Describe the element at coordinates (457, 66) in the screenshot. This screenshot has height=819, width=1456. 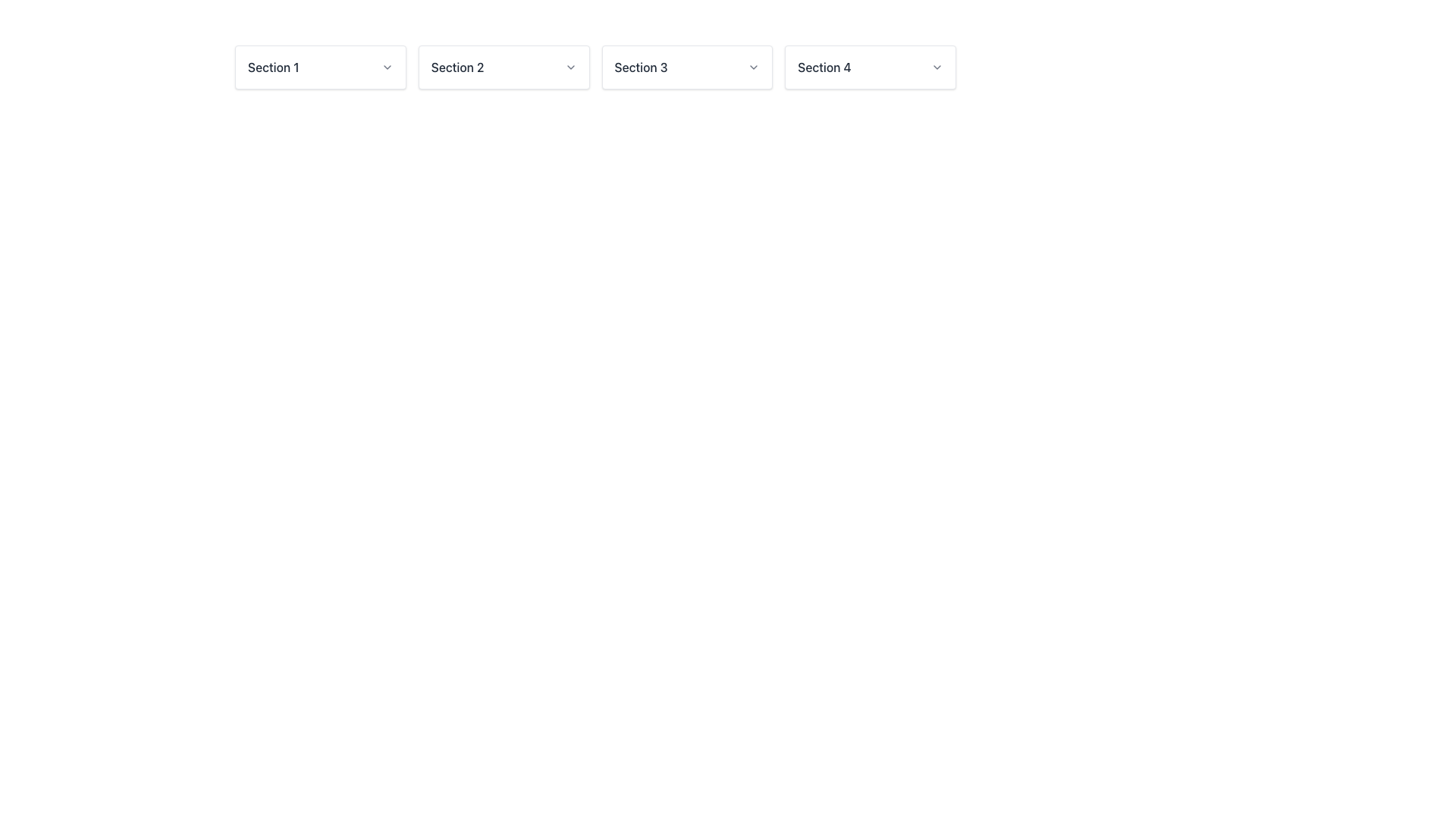
I see `the text label for 'Section 2', which serves as the label for its associated interactive menu or dropdown component, located in the upper-middle region of the interface` at that location.